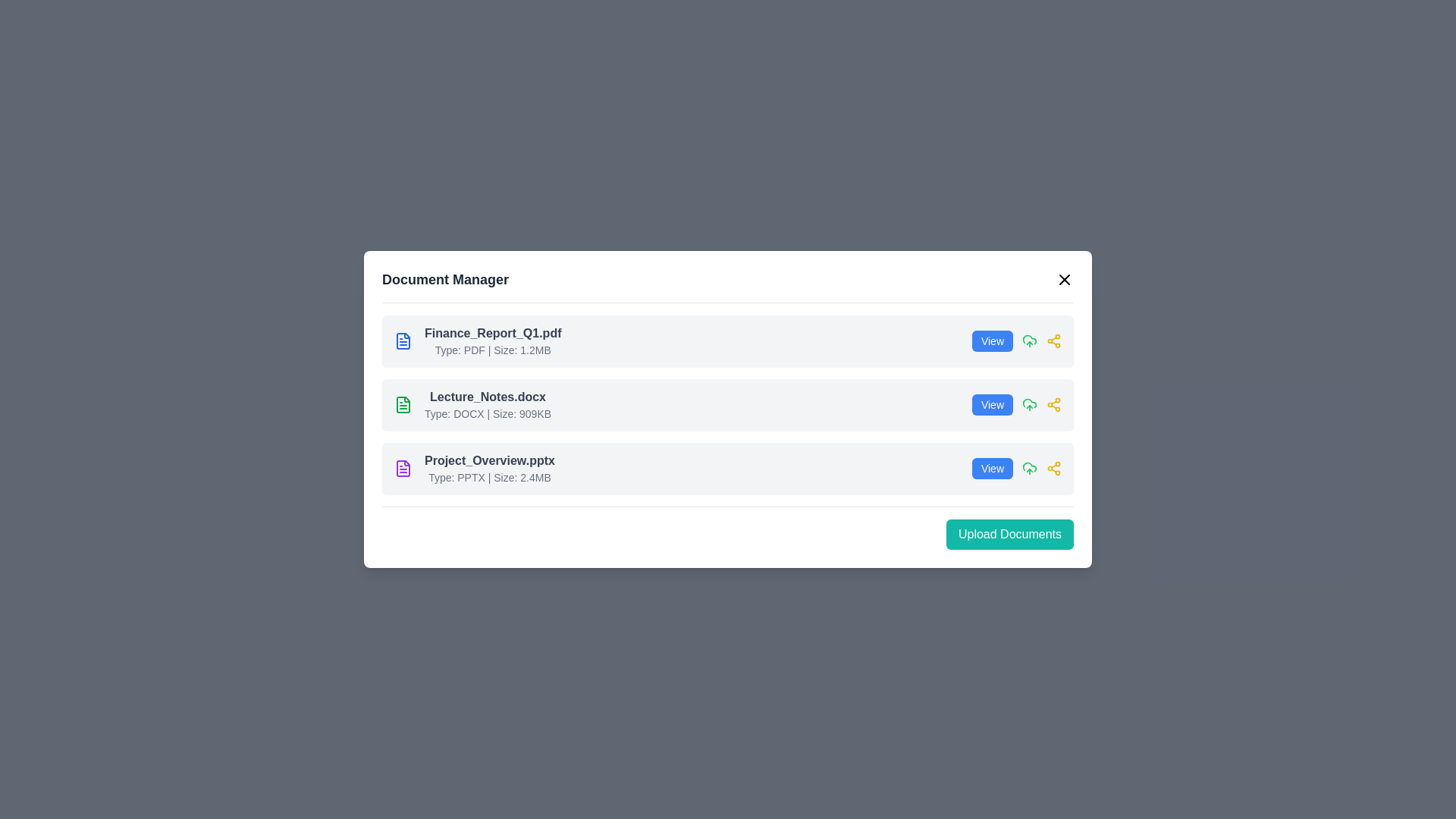  Describe the element at coordinates (403, 341) in the screenshot. I see `the file type icon located at the far left of the entry for 'Finance_Report_Q1.pdf', which serves as a visual indicator for the document type` at that location.